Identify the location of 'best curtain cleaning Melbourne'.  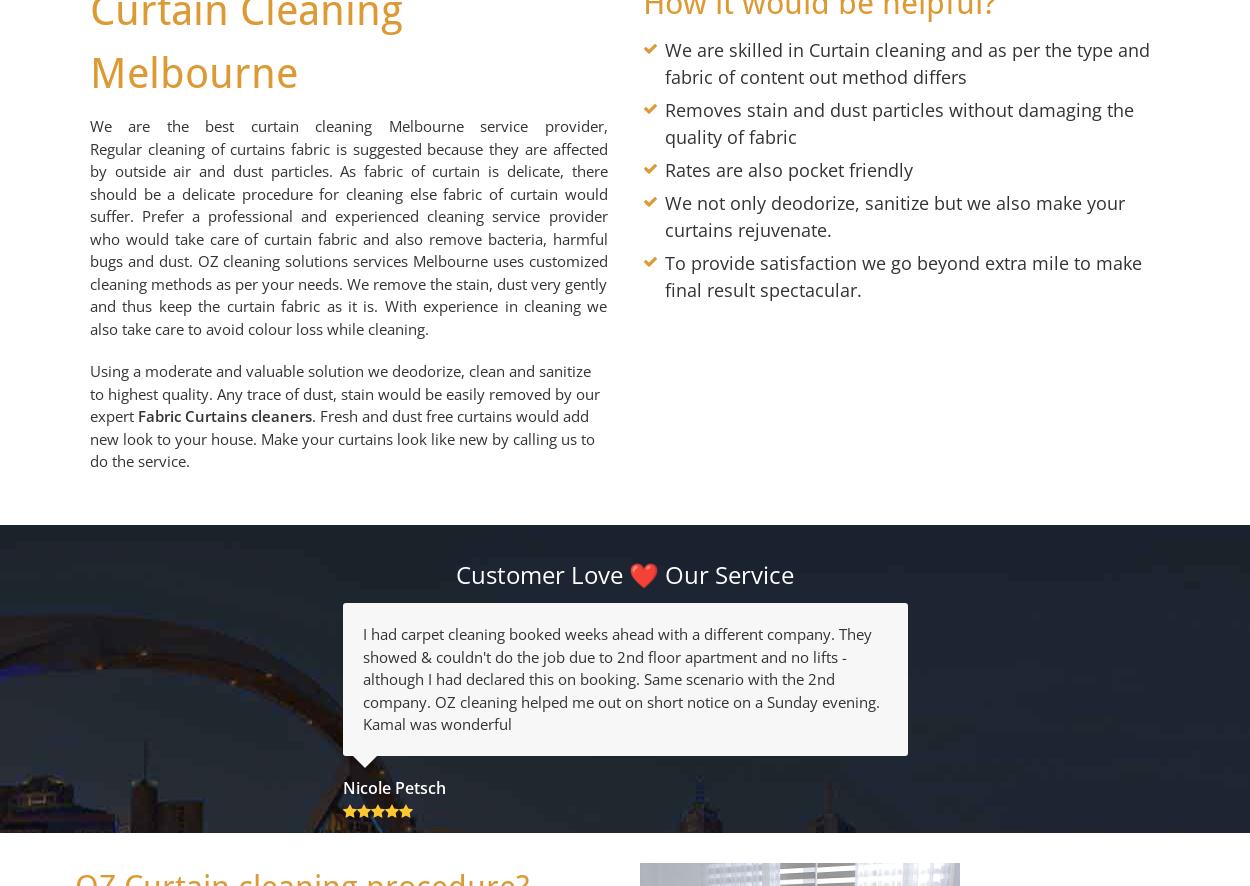
(333, 125).